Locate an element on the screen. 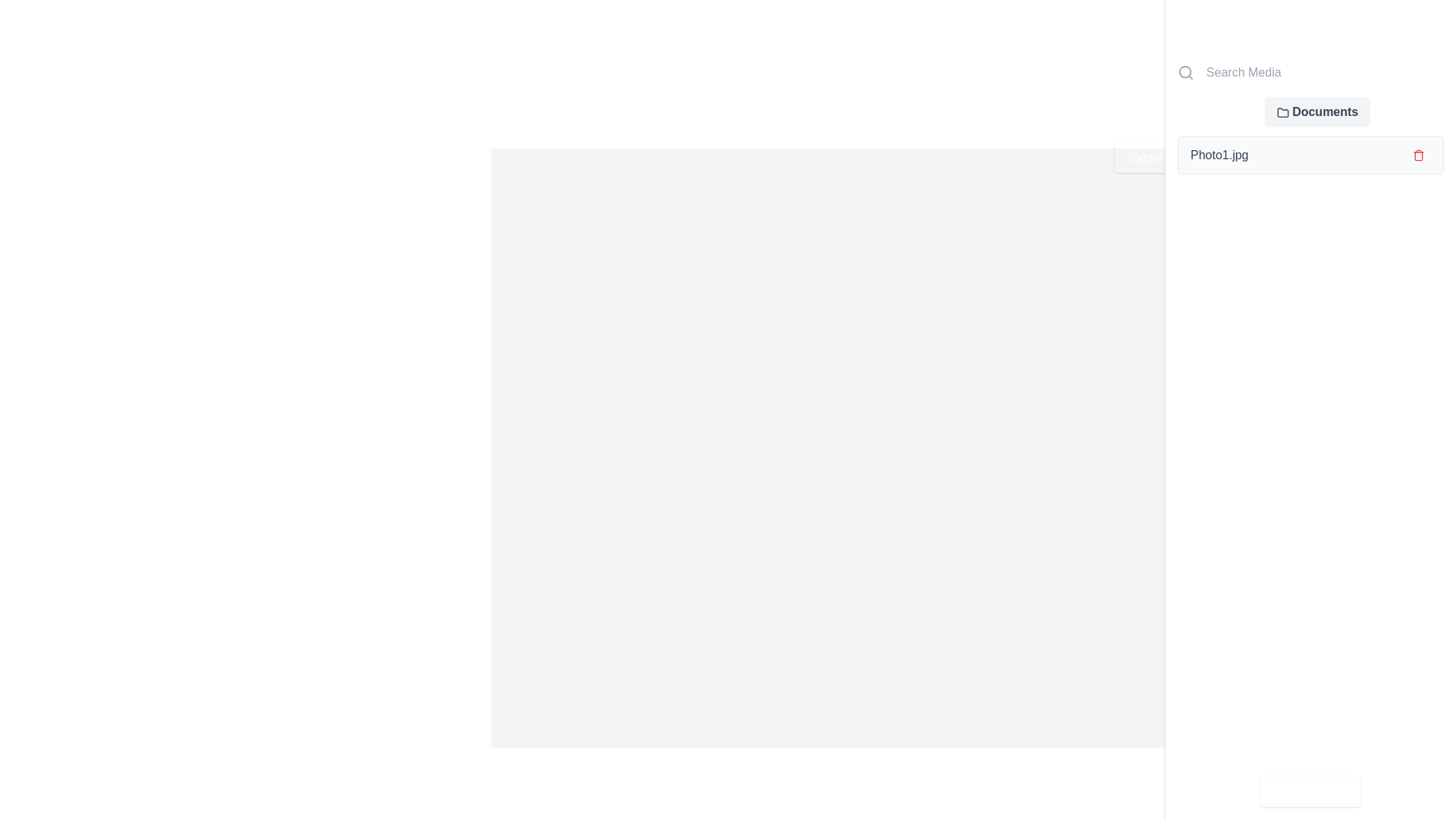  the folder icon located to the immediate left of the 'Documents' label on the right side of the interface is located at coordinates (1282, 111).